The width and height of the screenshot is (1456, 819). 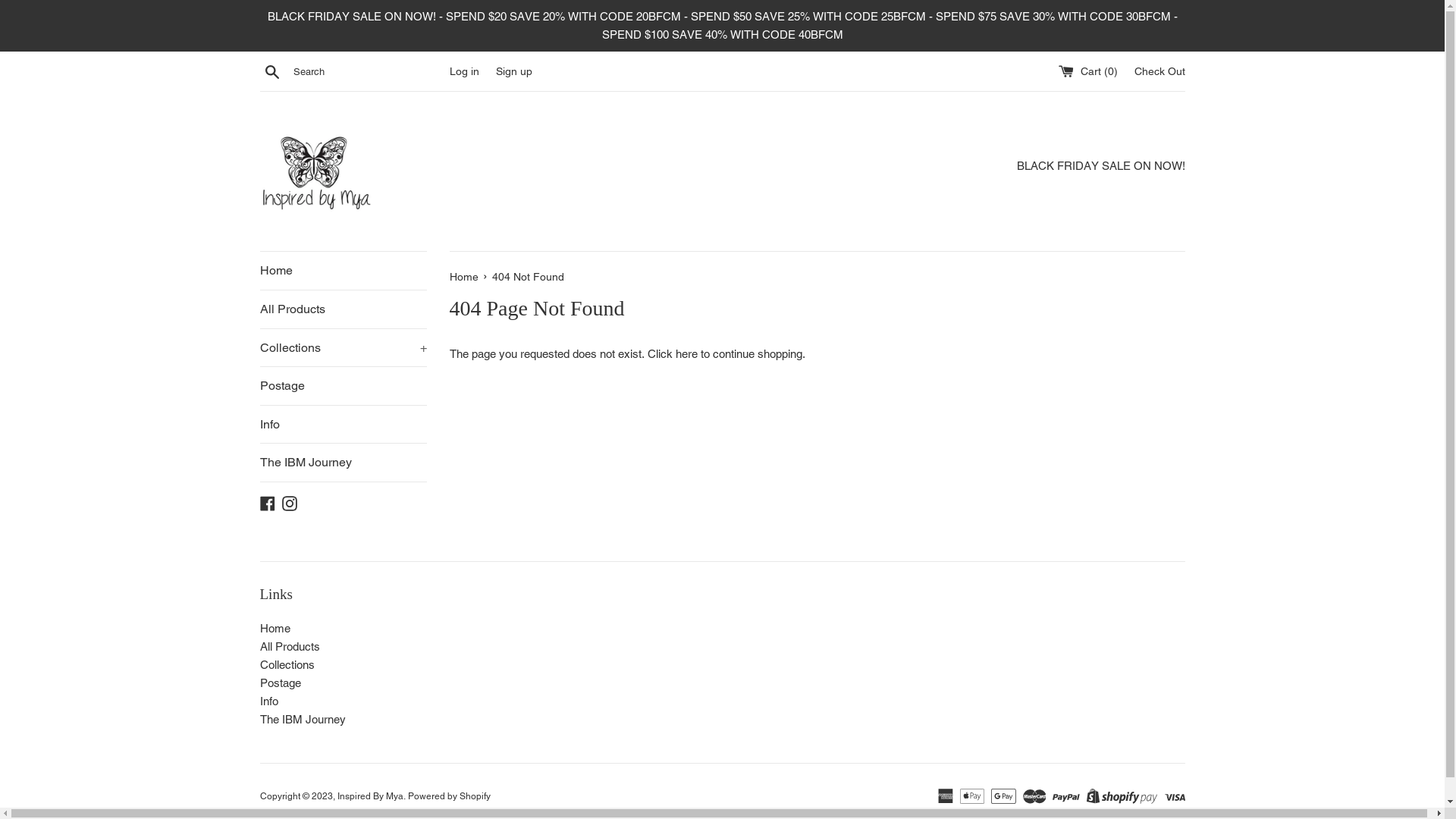 What do you see at coordinates (513, 71) in the screenshot?
I see `'Sign up'` at bounding box center [513, 71].